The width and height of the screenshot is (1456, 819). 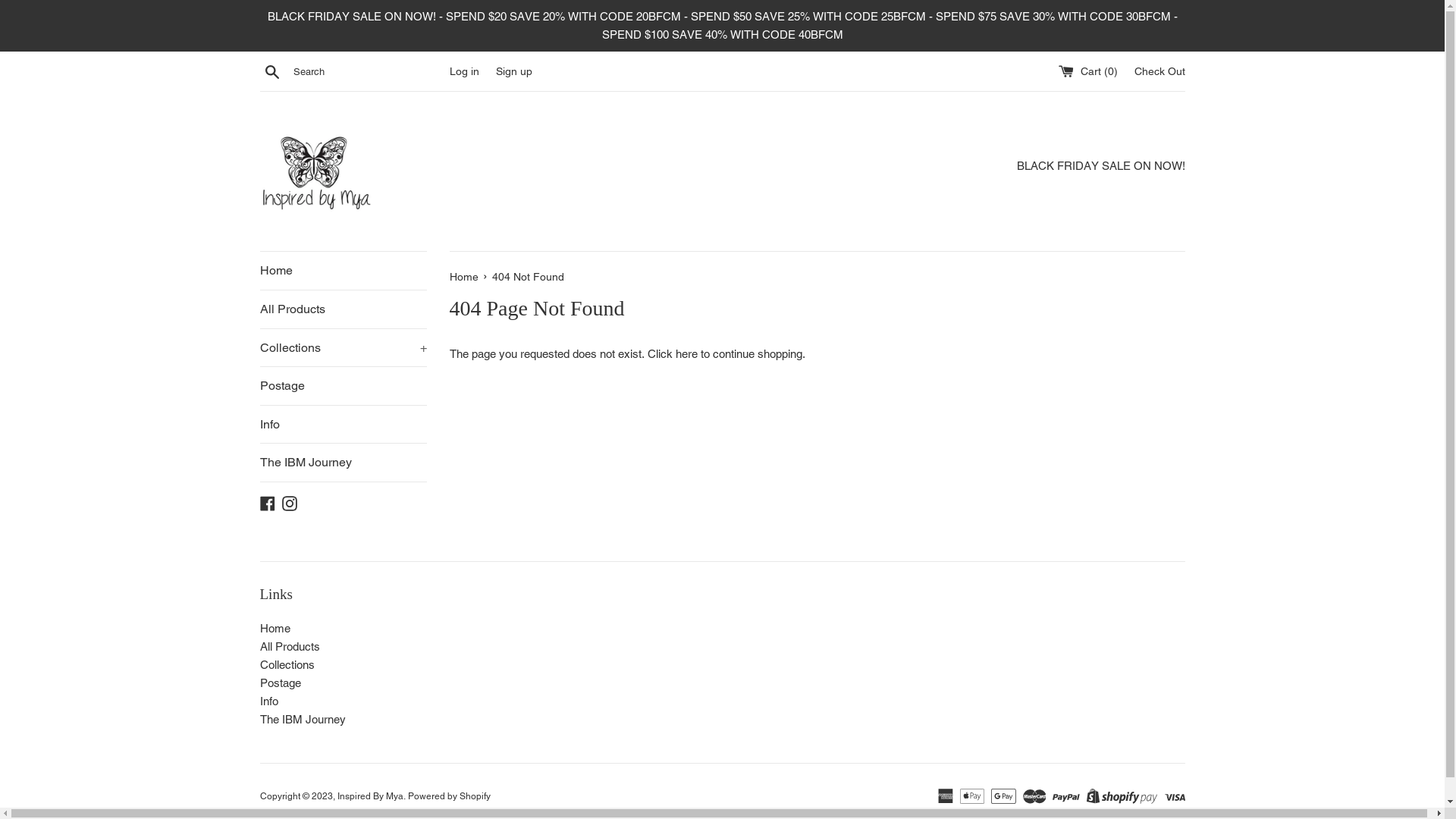 What do you see at coordinates (513, 71) in the screenshot?
I see `'Sign up'` at bounding box center [513, 71].